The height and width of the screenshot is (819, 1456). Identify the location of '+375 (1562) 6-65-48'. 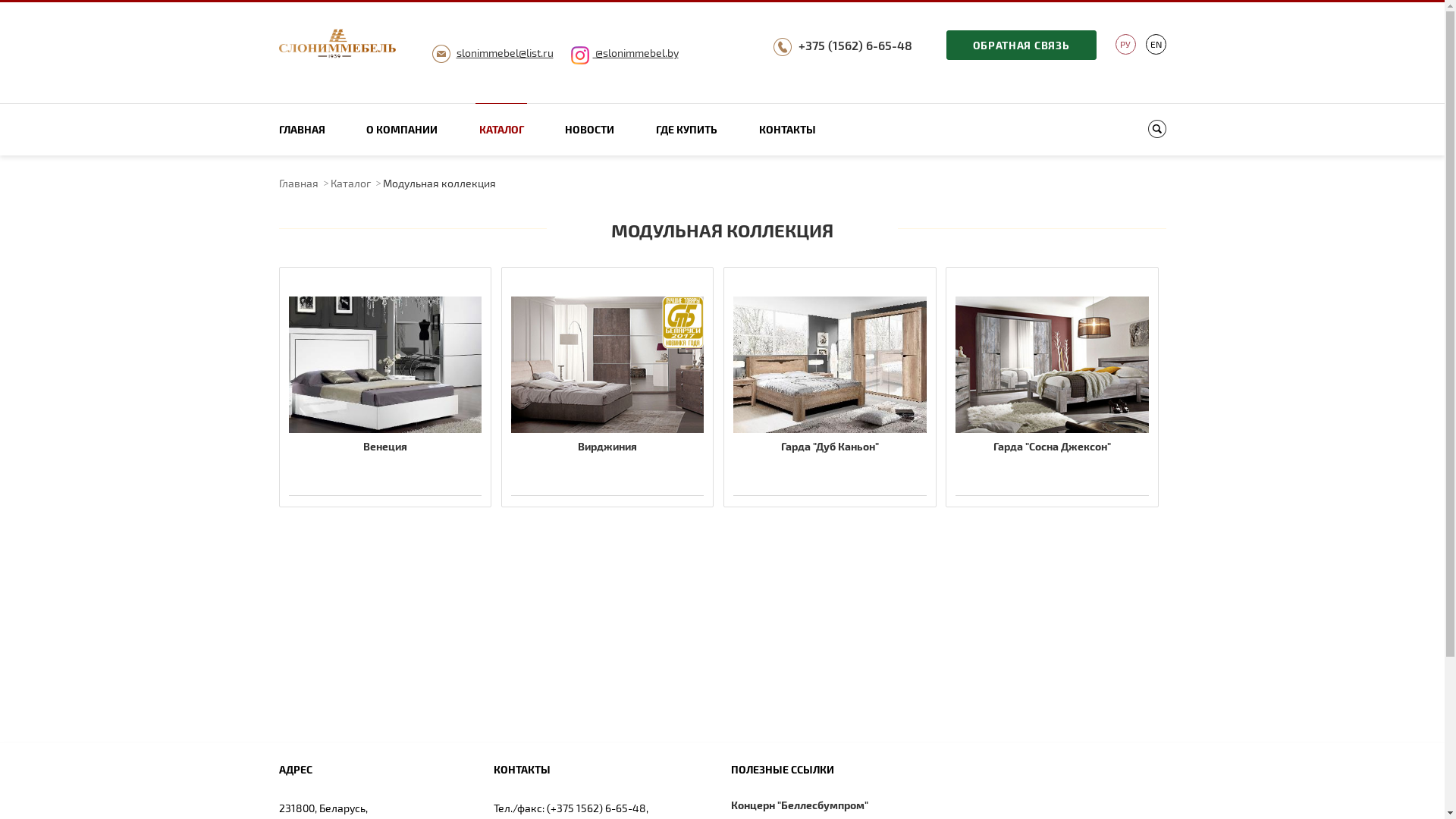
(796, 44).